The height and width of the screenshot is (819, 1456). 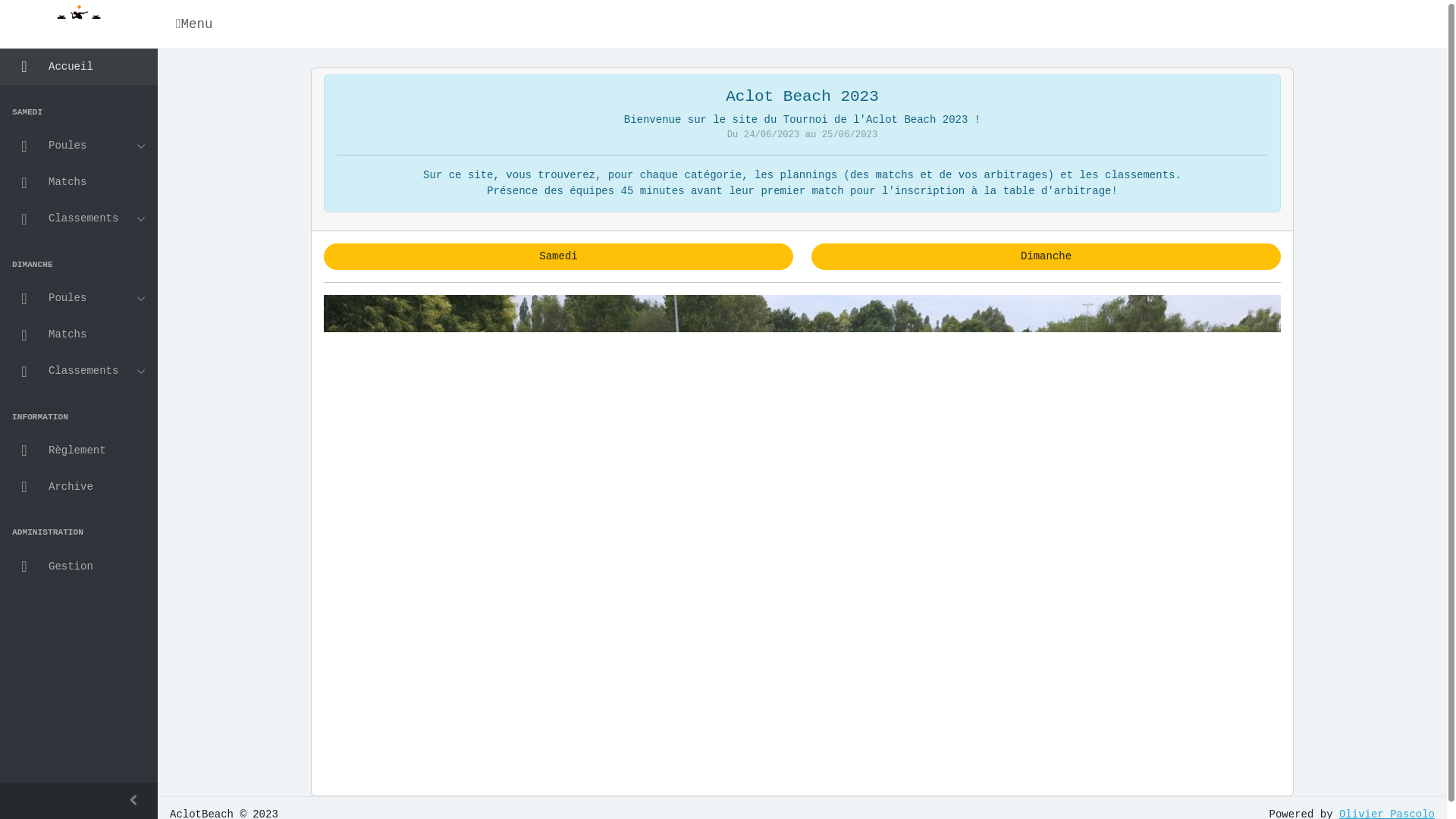 I want to click on 'Menu', so click(x=196, y=24).